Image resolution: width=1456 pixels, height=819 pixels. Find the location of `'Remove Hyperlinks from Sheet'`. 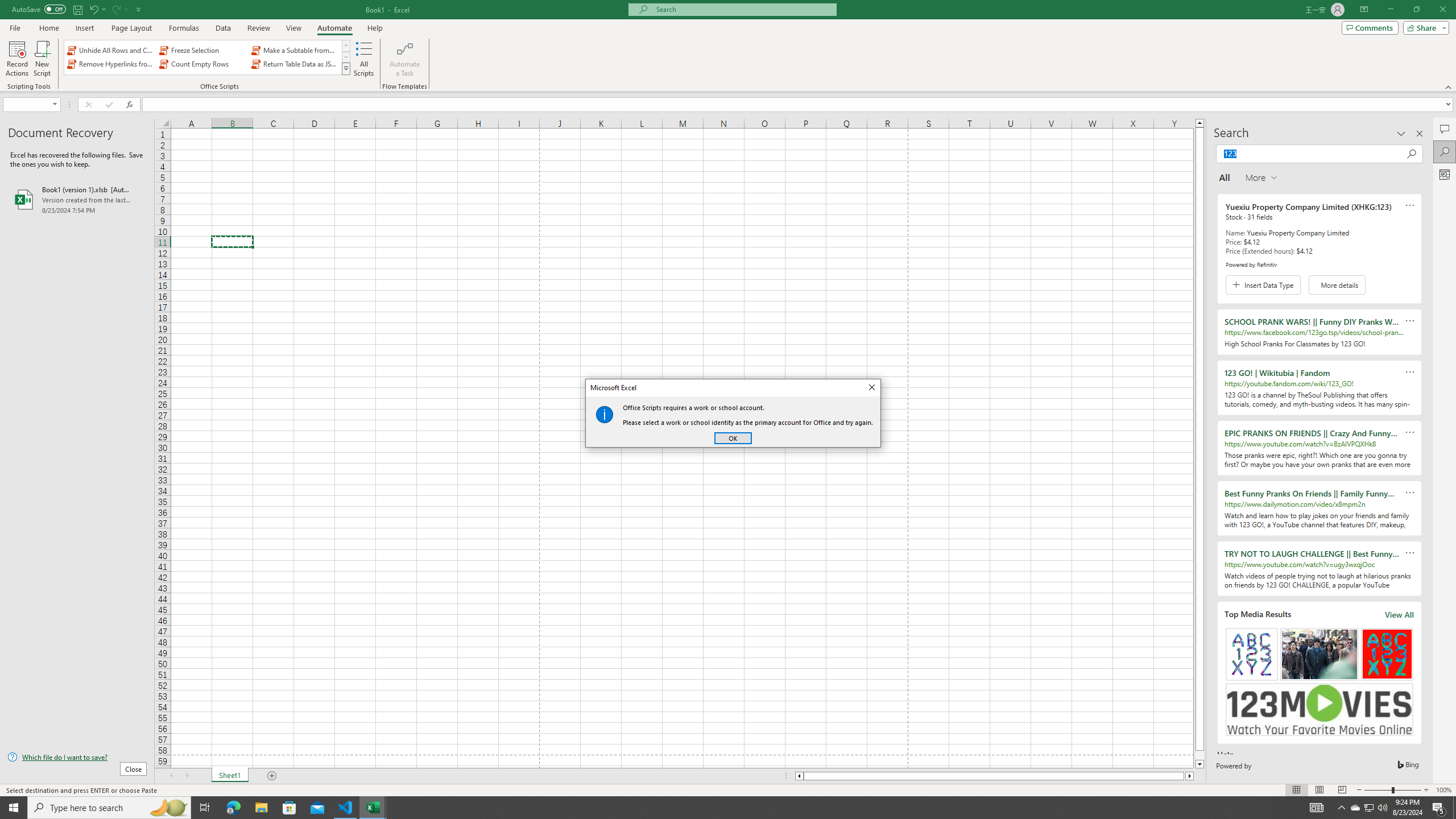

'Remove Hyperlinks from Sheet' is located at coordinates (111, 64).